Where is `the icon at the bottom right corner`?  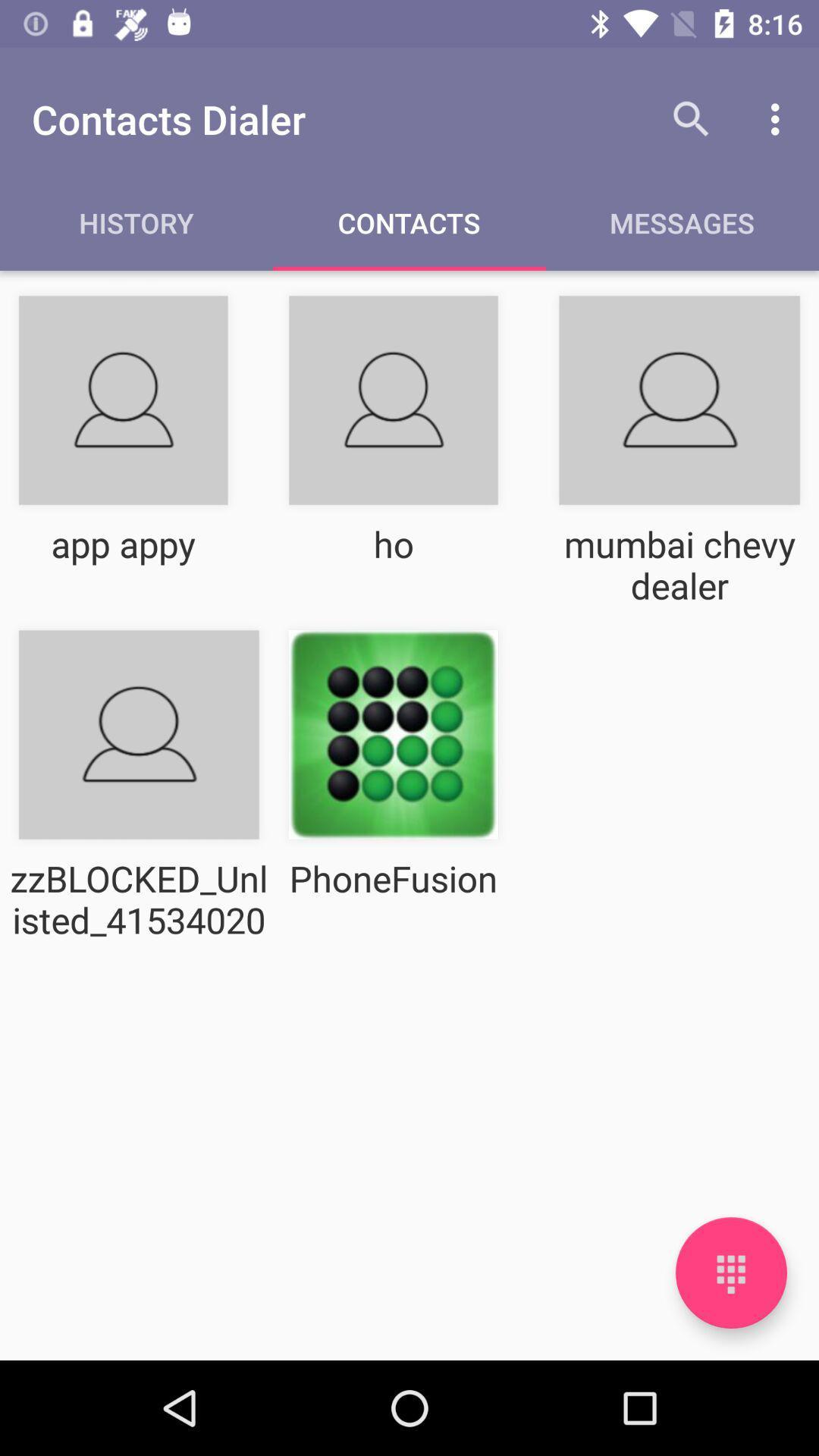
the icon at the bottom right corner is located at coordinates (730, 1272).